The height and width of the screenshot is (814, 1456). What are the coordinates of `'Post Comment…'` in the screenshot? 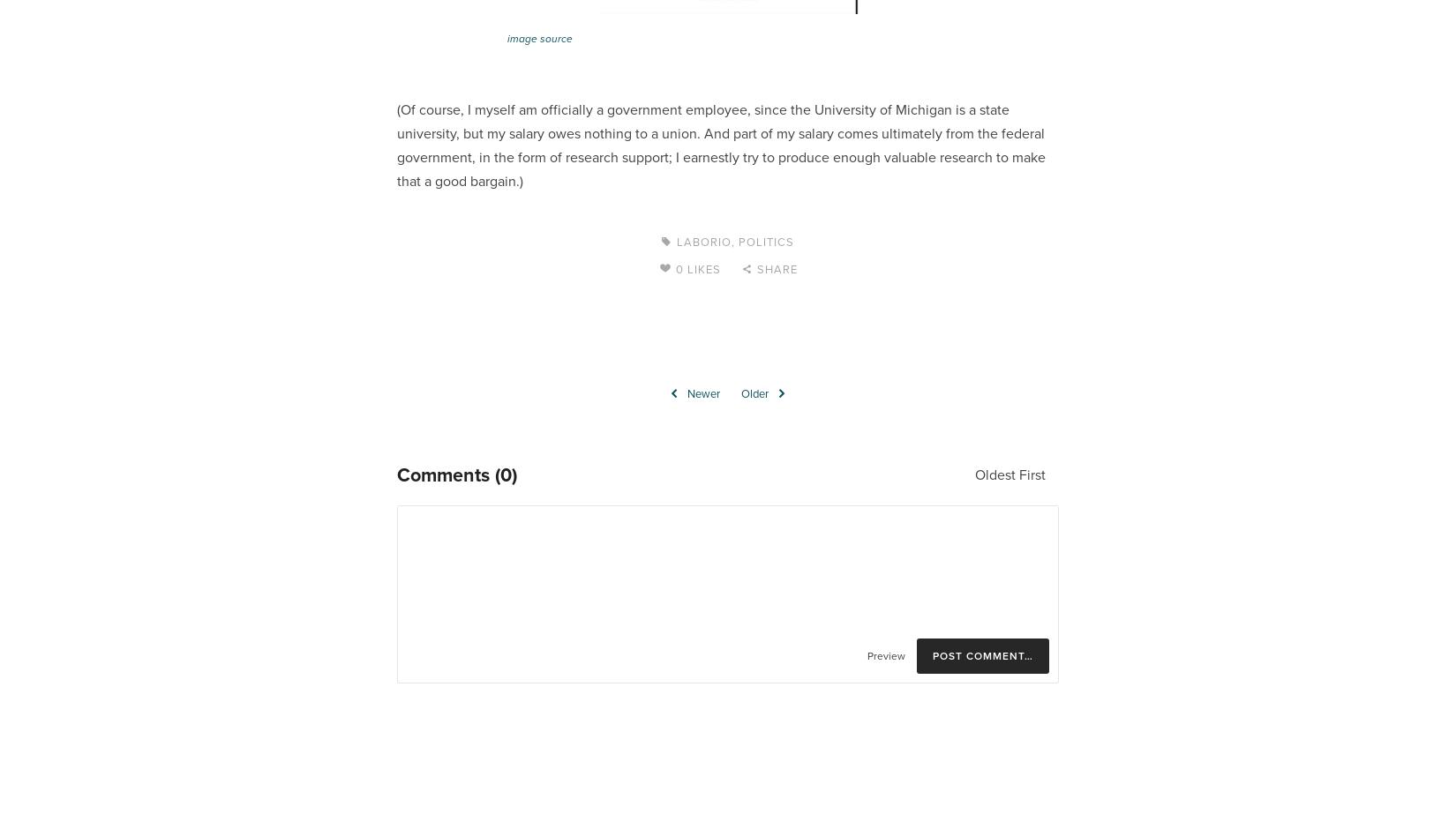 It's located at (983, 655).